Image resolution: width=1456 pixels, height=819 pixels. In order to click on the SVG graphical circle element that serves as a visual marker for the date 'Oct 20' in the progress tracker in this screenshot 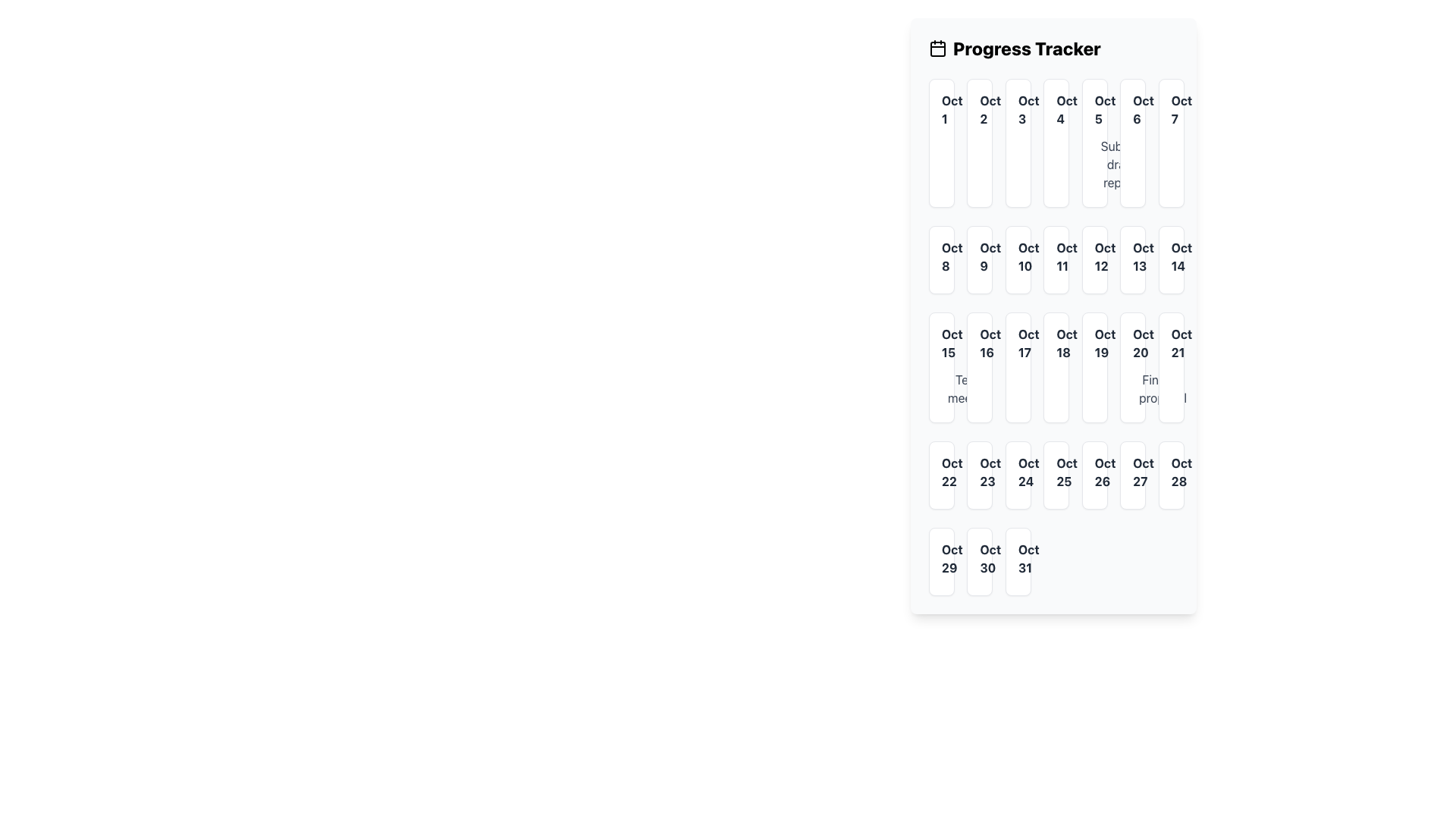, I will do `click(1142, 388)`.